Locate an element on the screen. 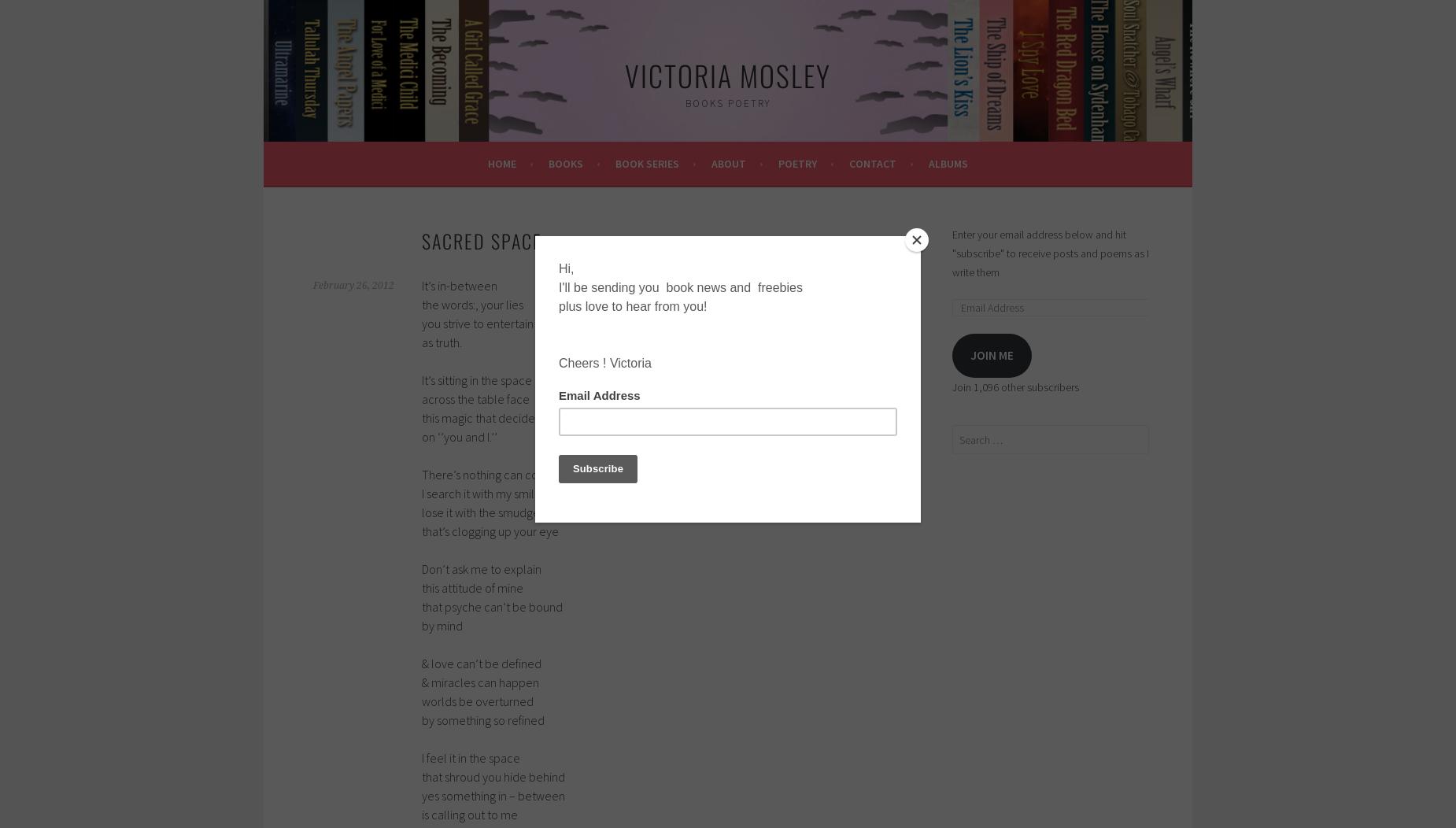 The width and height of the screenshot is (1456, 828). 'Join me' is located at coordinates (990, 355).